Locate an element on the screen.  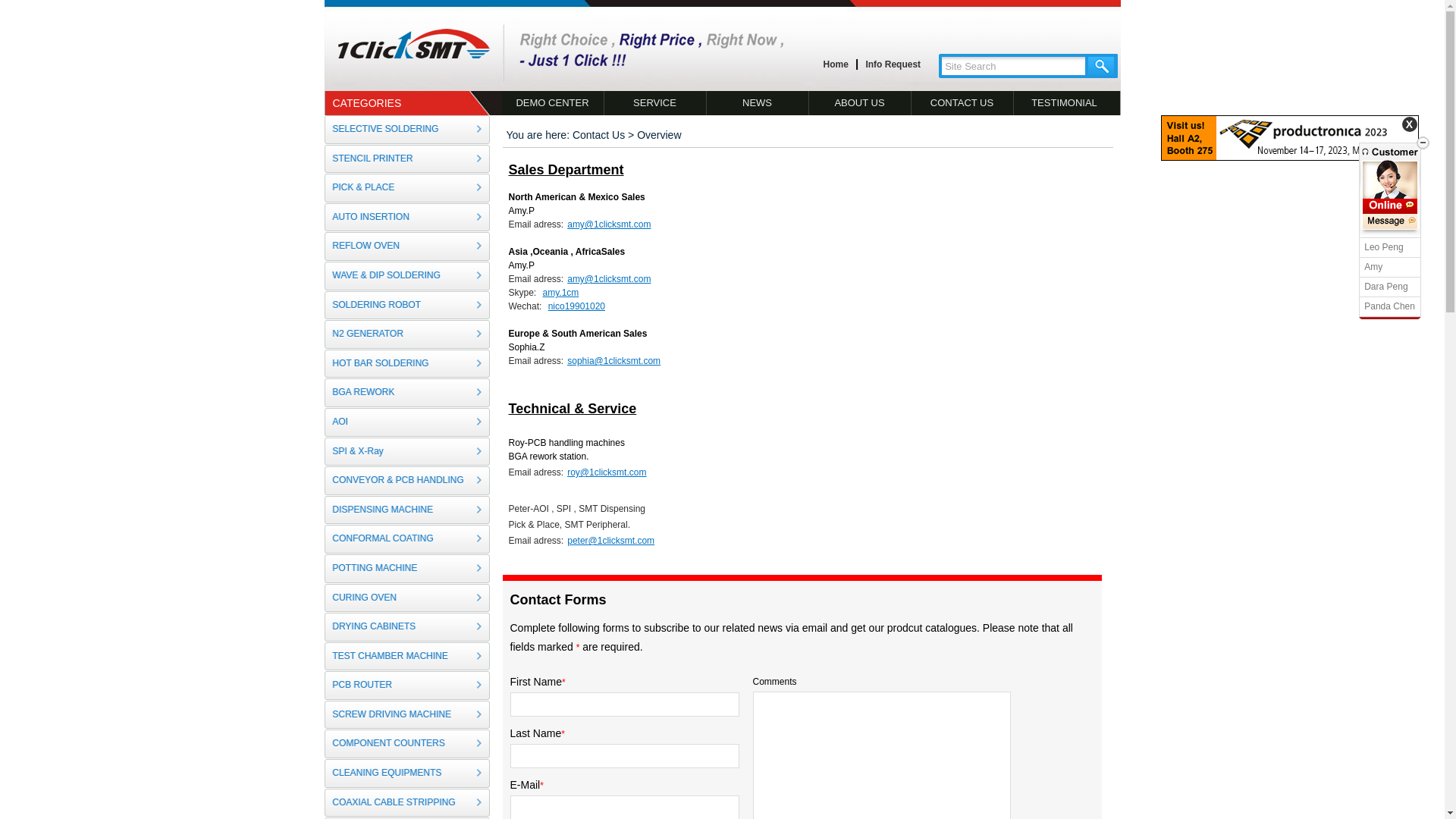
'SELECTIVE SOLDERING' is located at coordinates (407, 128).